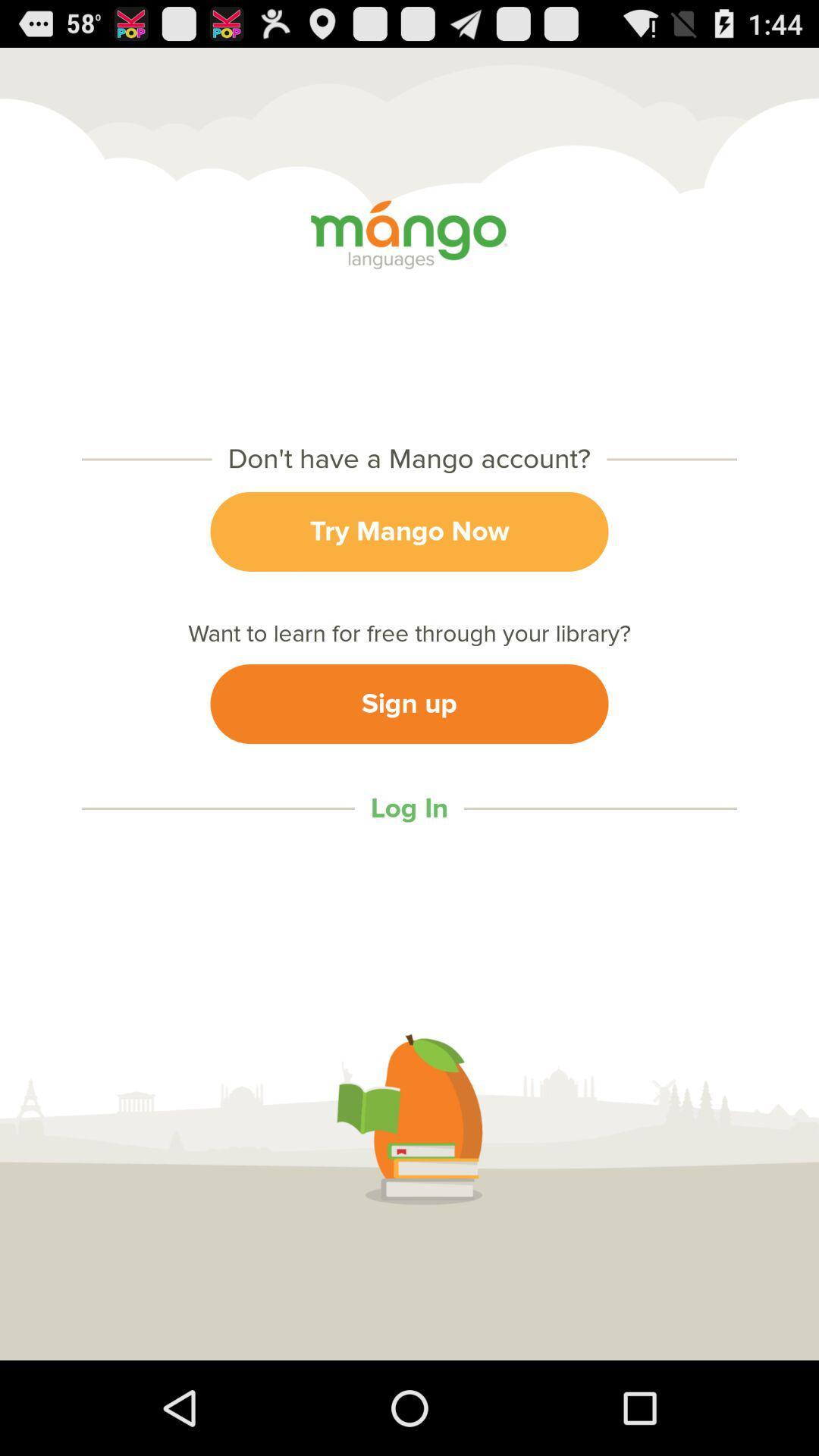 Image resolution: width=819 pixels, height=1456 pixels. What do you see at coordinates (409, 532) in the screenshot?
I see `item below the don t have icon` at bounding box center [409, 532].